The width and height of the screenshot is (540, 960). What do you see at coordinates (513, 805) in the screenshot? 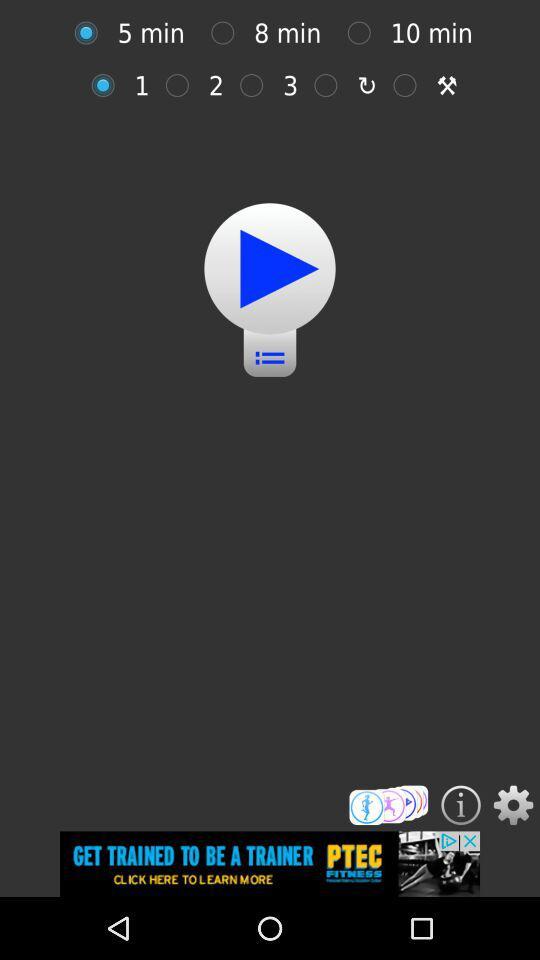
I see `open settings` at bounding box center [513, 805].